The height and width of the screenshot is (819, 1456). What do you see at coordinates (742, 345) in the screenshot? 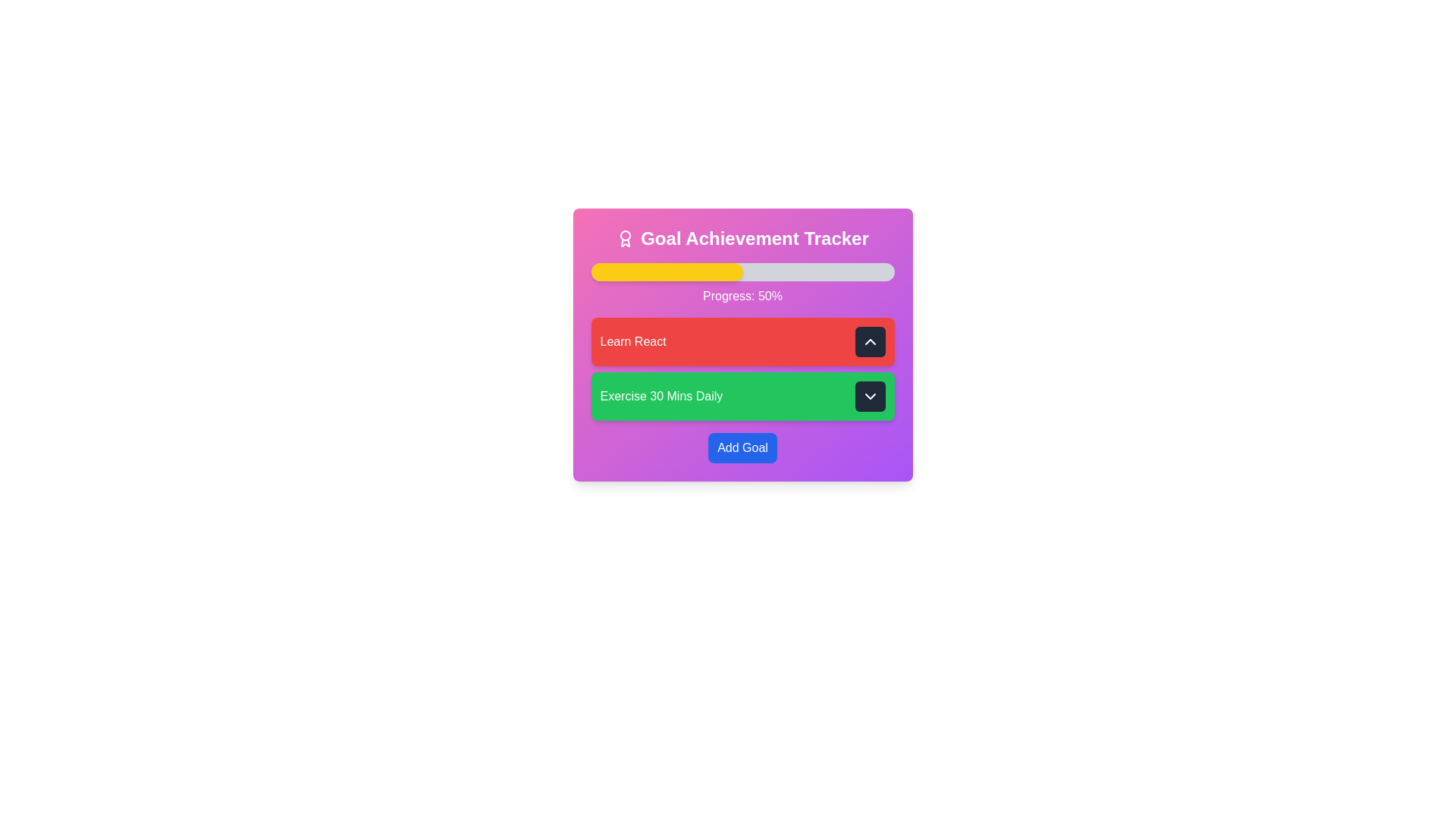
I see `the first goal item in the 'Goal Achievement Tracker' interface, labeled 'Learn React'` at bounding box center [742, 345].